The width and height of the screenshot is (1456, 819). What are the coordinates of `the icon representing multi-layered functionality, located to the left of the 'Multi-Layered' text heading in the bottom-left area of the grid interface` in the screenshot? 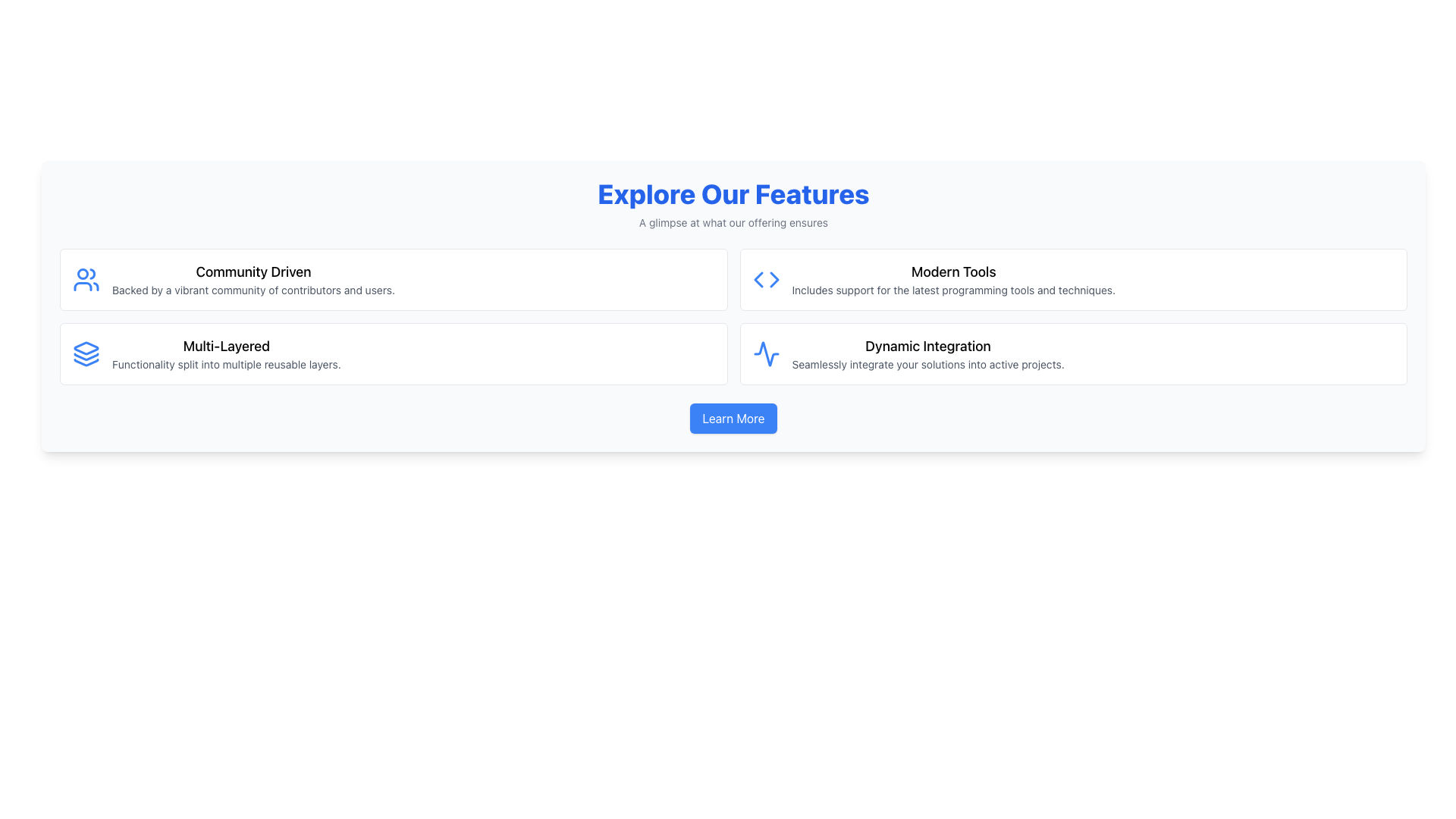 It's located at (86, 353).